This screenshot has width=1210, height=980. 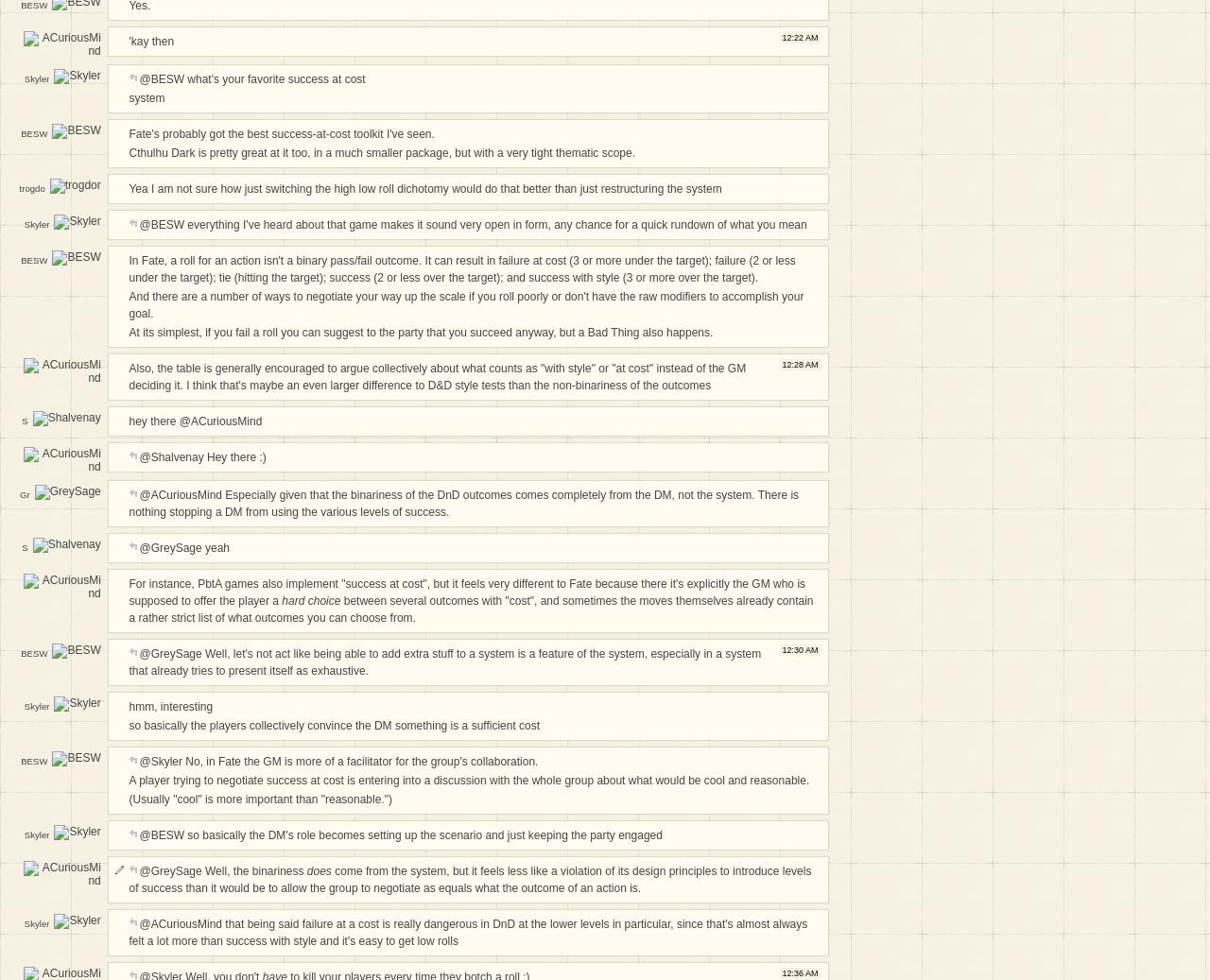 What do you see at coordinates (127, 726) in the screenshot?
I see `'so basically the players collectively convince the DM something is a sufficient cost'` at bounding box center [127, 726].